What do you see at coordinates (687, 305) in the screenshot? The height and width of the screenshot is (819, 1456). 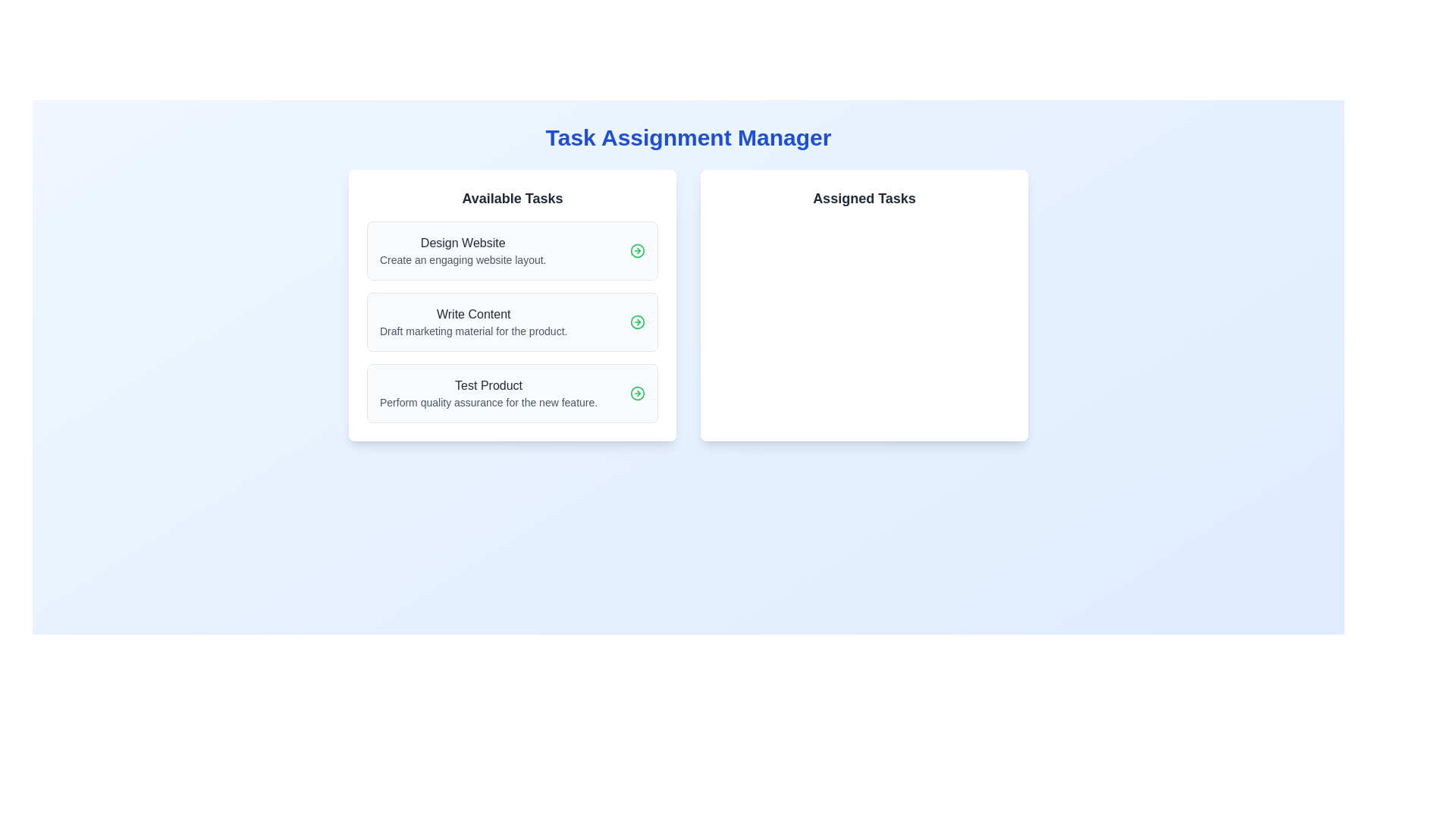 I see `the 'Task Assignment Manager' panel` at bounding box center [687, 305].